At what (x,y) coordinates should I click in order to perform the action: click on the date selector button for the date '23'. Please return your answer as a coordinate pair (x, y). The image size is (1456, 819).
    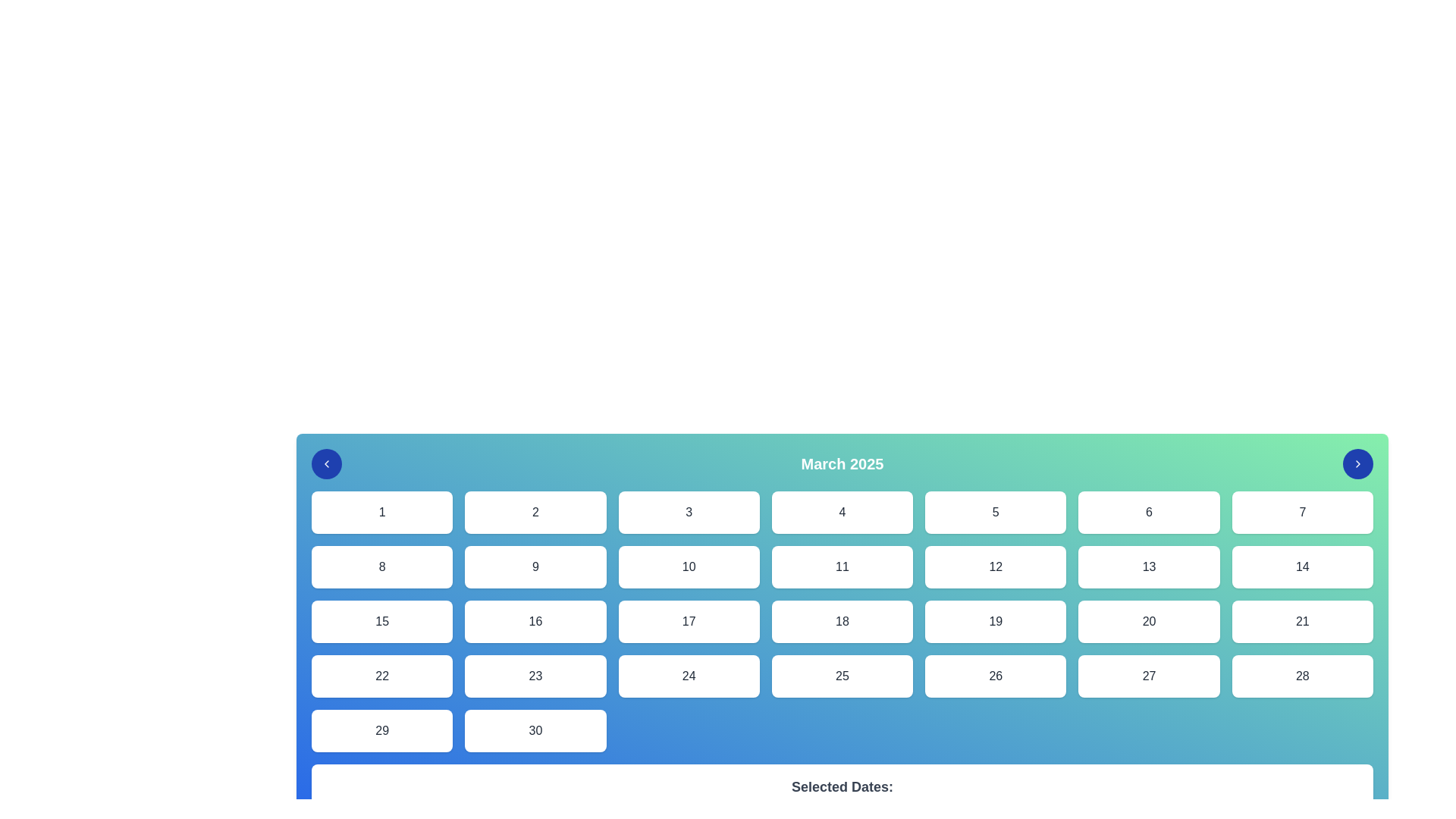
    Looking at the image, I should click on (535, 675).